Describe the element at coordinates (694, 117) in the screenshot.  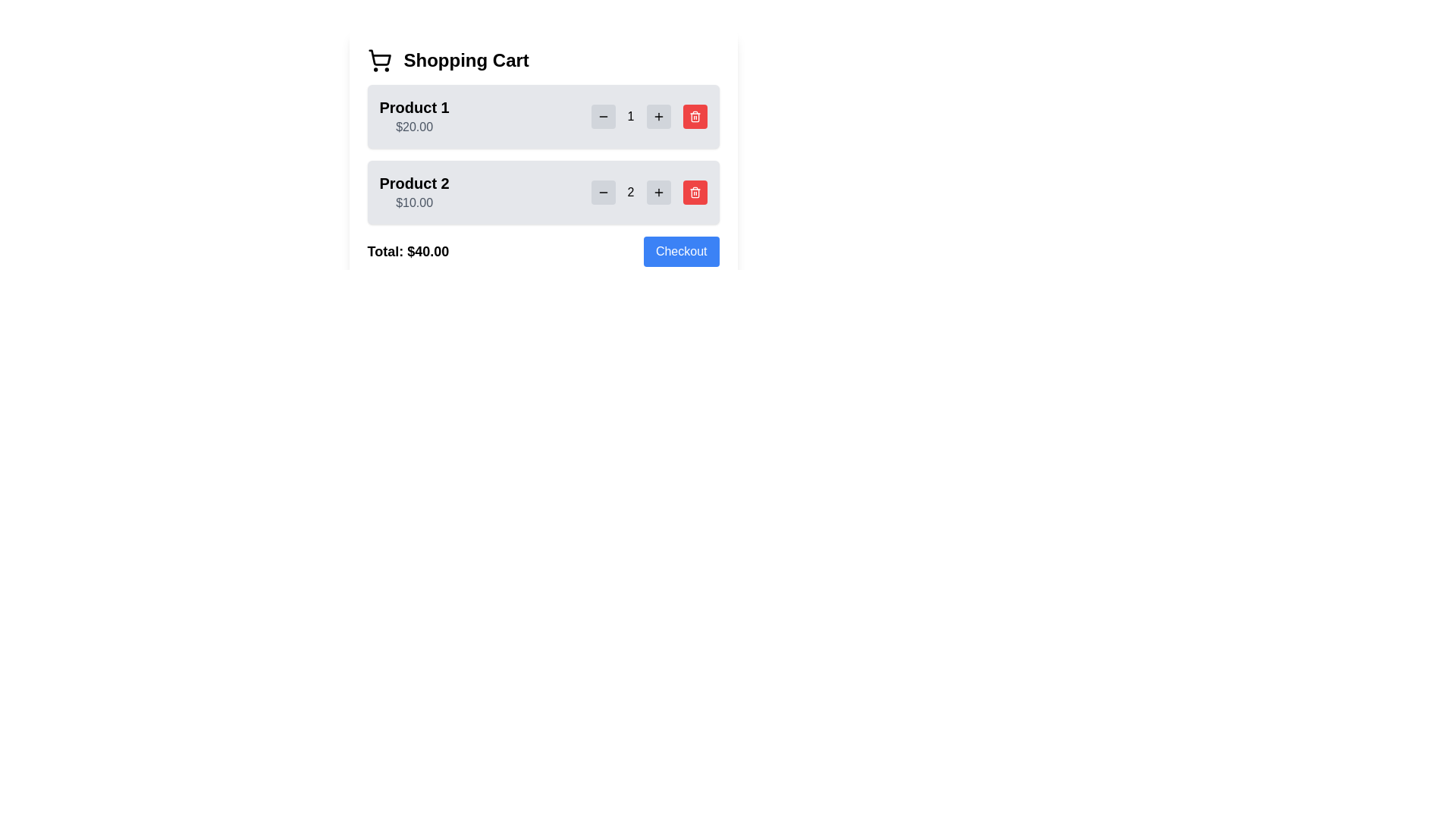
I see `the delete icon button for the second product in the shopping cart` at that location.